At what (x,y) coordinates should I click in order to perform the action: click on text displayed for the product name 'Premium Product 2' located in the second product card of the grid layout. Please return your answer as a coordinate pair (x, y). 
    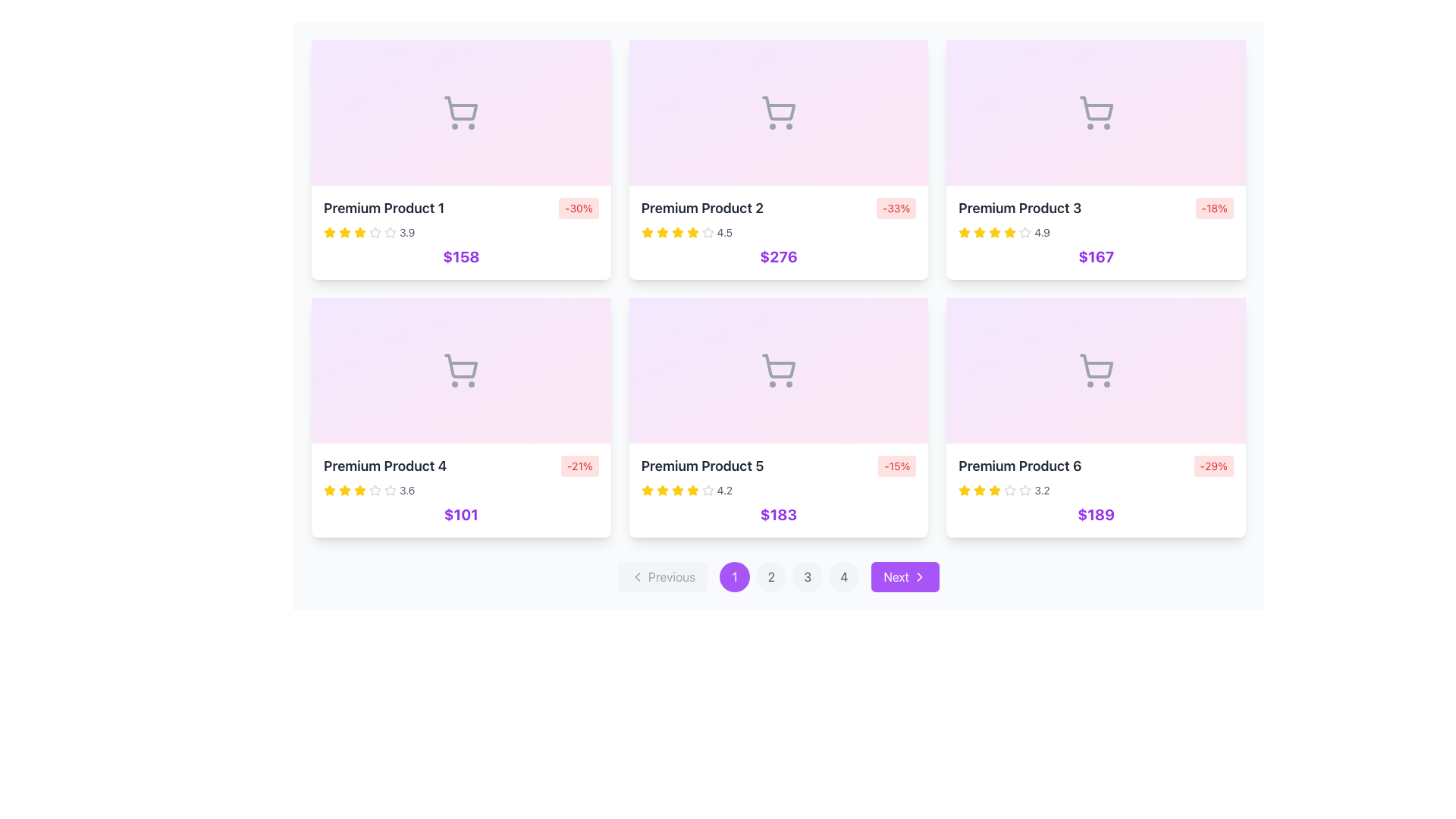
    Looking at the image, I should click on (701, 208).